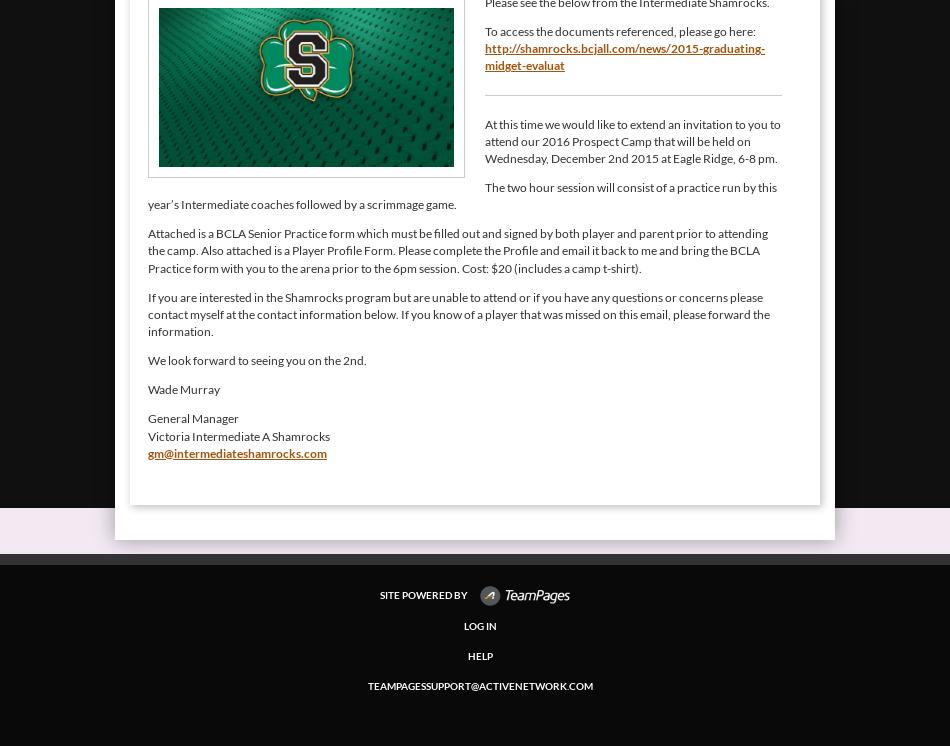  I want to click on 'teampagessupport@activenetwork.com', so click(479, 686).